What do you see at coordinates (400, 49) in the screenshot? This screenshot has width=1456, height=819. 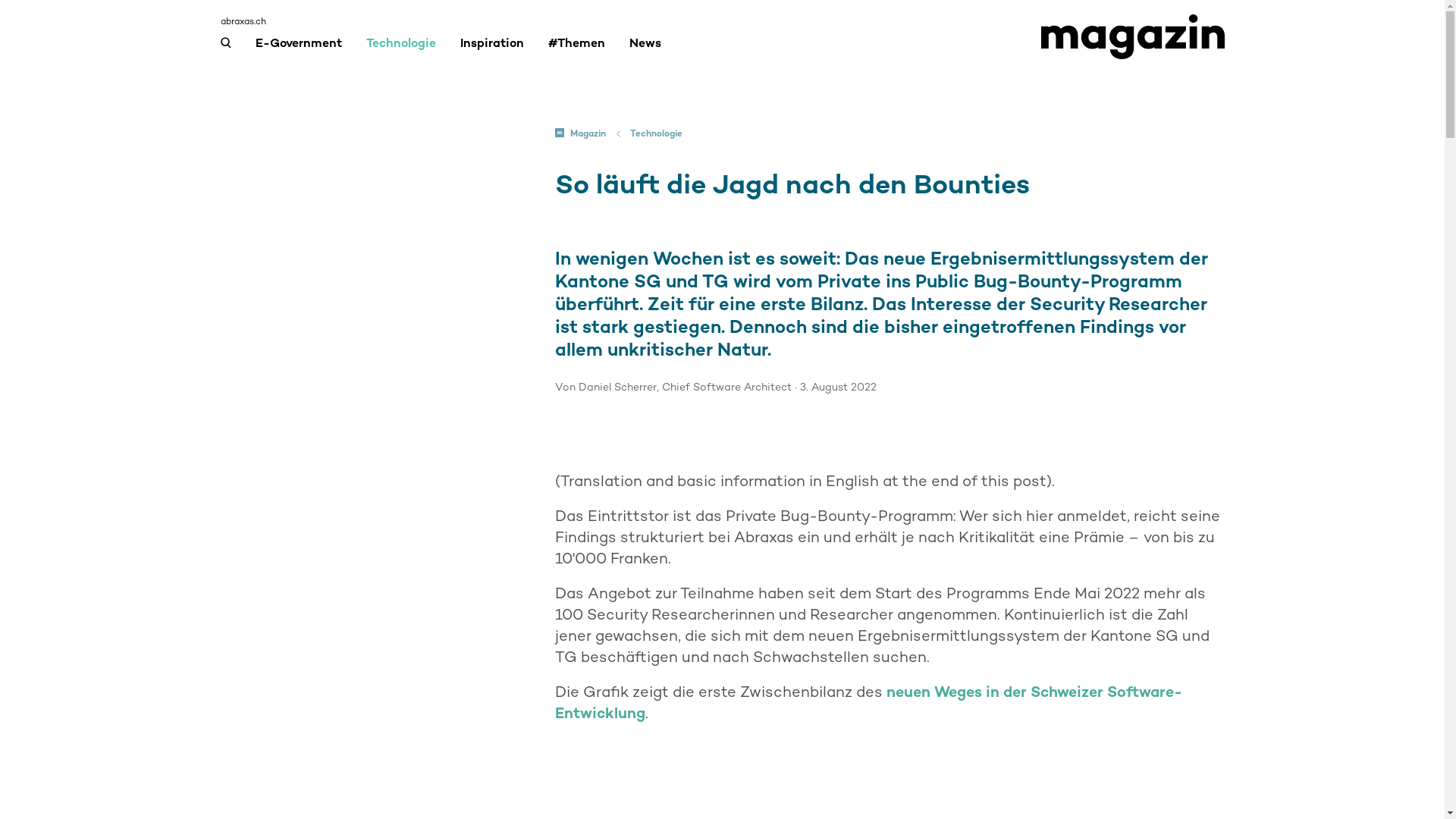 I see `'Technologie'` at bounding box center [400, 49].